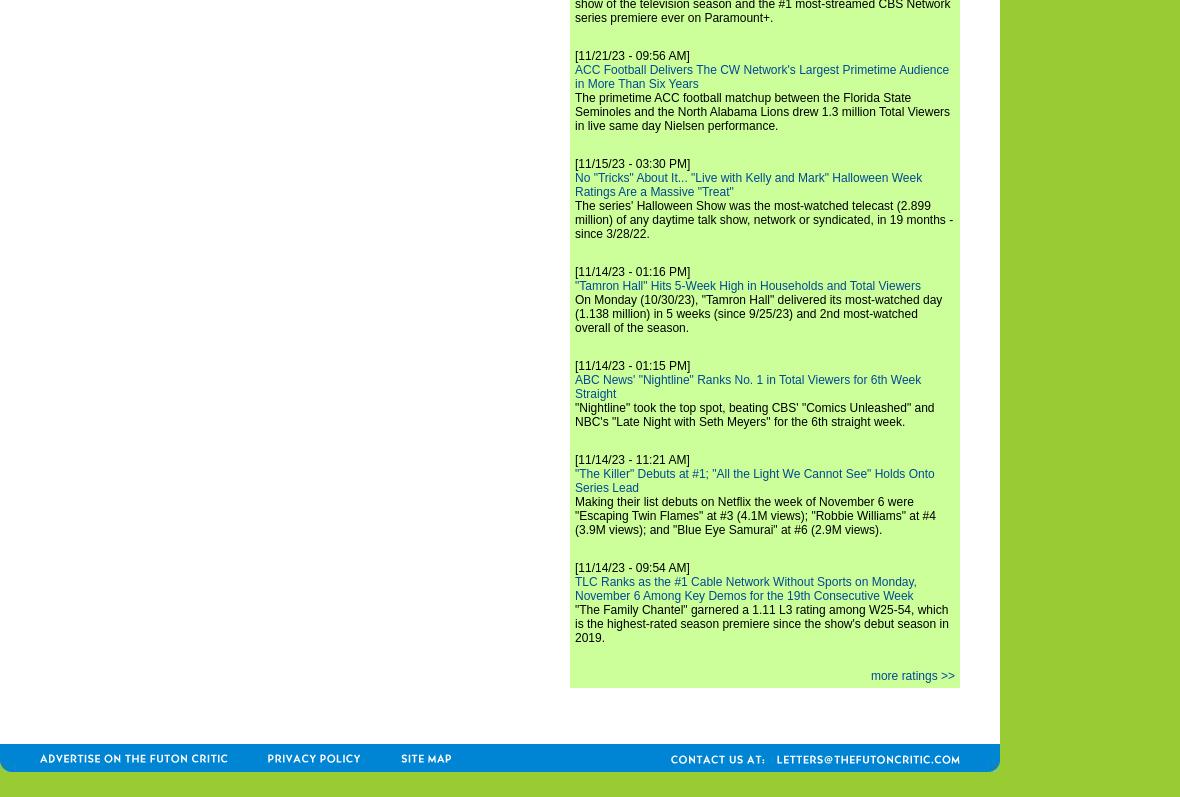 This screenshot has width=1180, height=797. What do you see at coordinates (575, 622) in the screenshot?
I see `'"The Family Chantel" garnered a 1.11 L3 rating among W25-54, which is the highest-rated season premiere since the show's debut season in 2019.'` at bounding box center [575, 622].